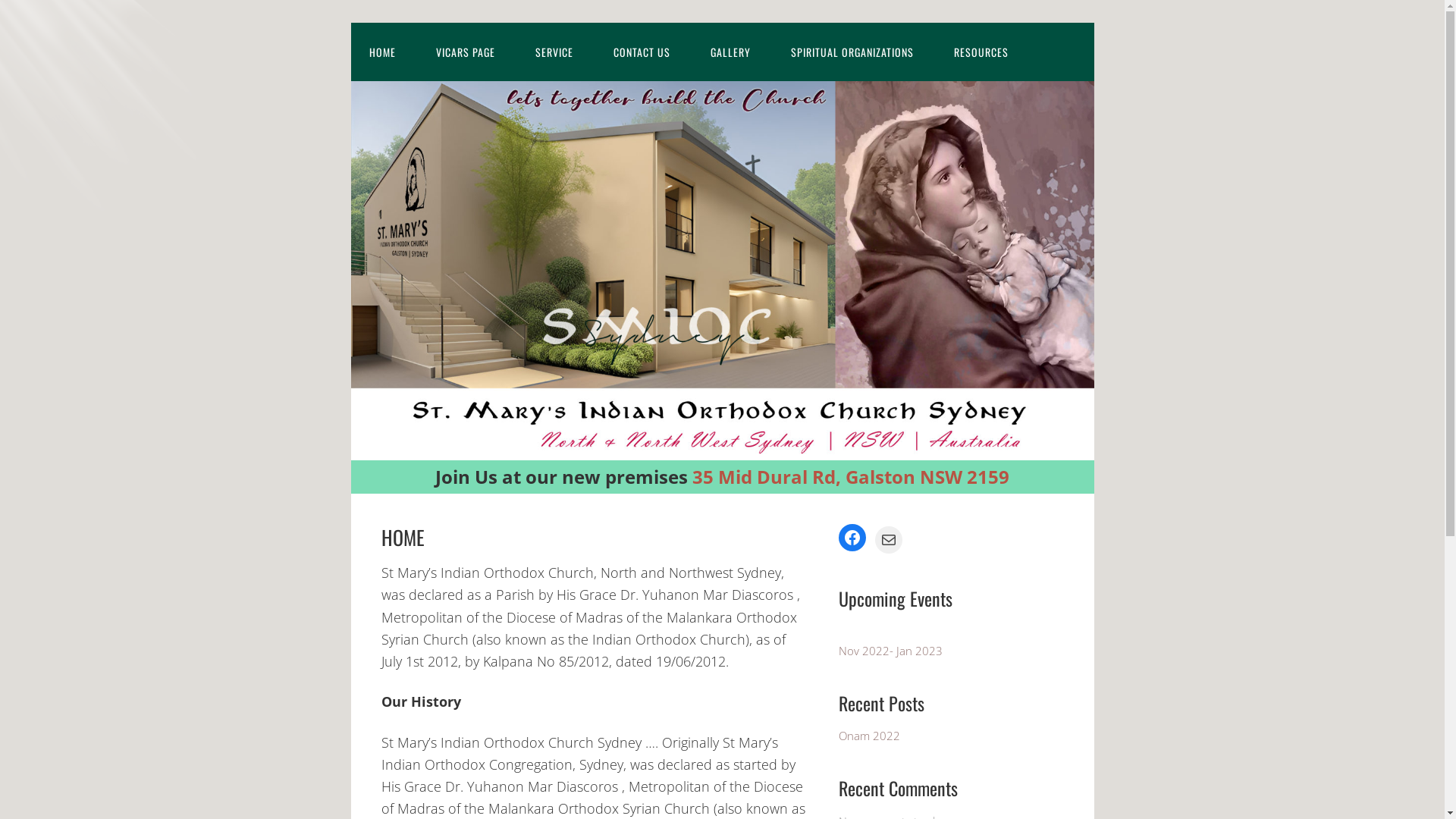  Describe the element at coordinates (593, 51) in the screenshot. I see `'CONTACT US'` at that location.